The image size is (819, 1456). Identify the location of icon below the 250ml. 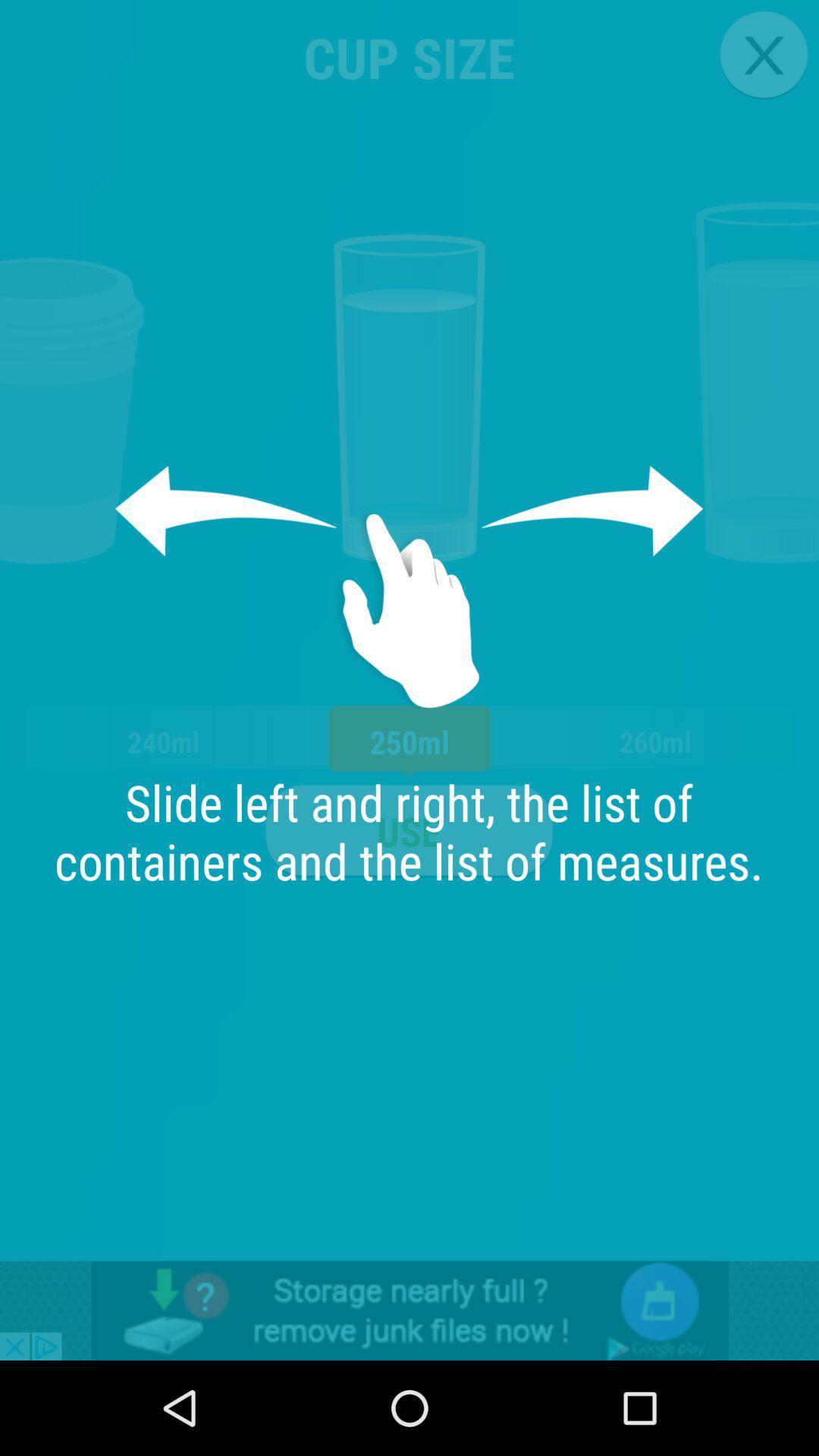
(408, 830).